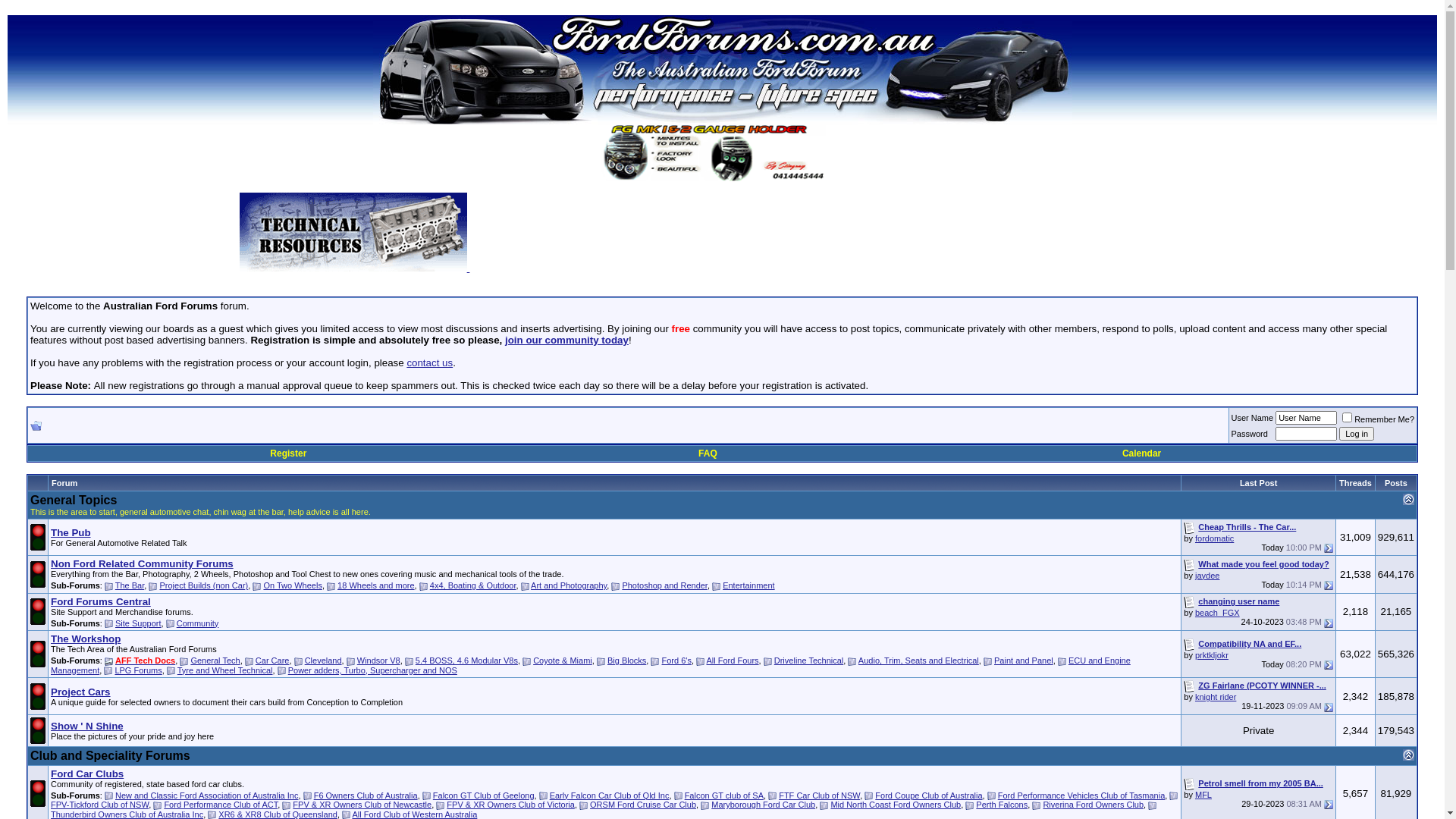 The image size is (1456, 819). What do you see at coordinates (895, 803) in the screenshot?
I see `'Mid North Coast Ford Owners Club'` at bounding box center [895, 803].